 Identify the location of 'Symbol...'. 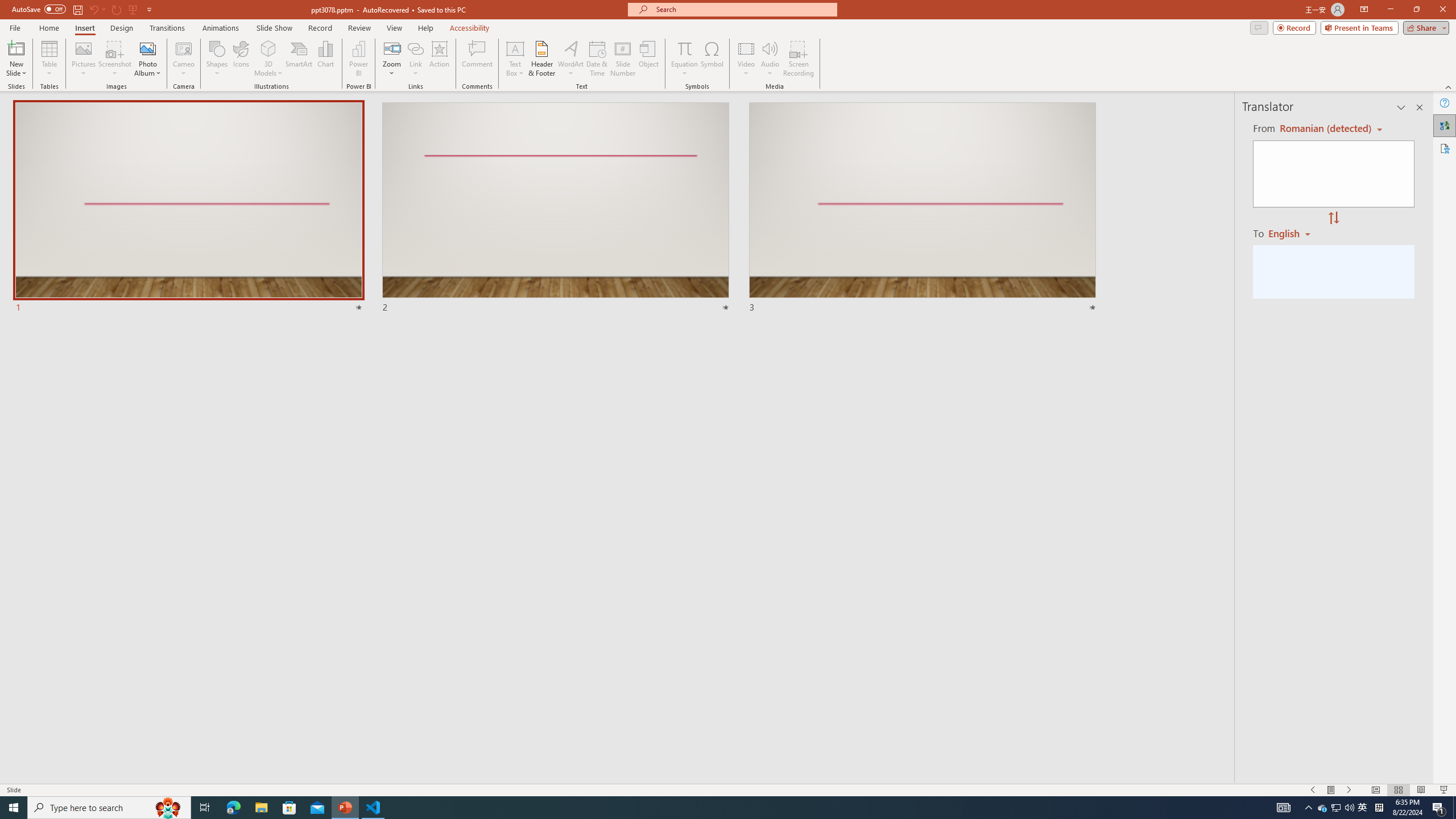
(712, 59).